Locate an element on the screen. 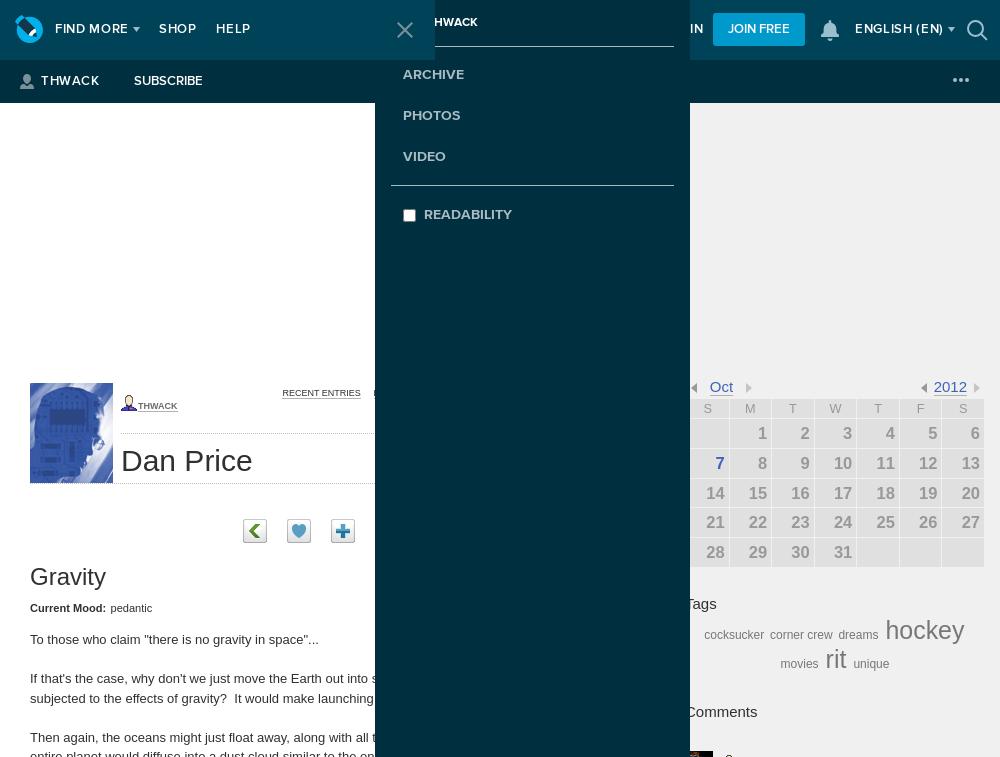 This screenshot has height=757, width=1000. 'Readability' is located at coordinates (467, 213).